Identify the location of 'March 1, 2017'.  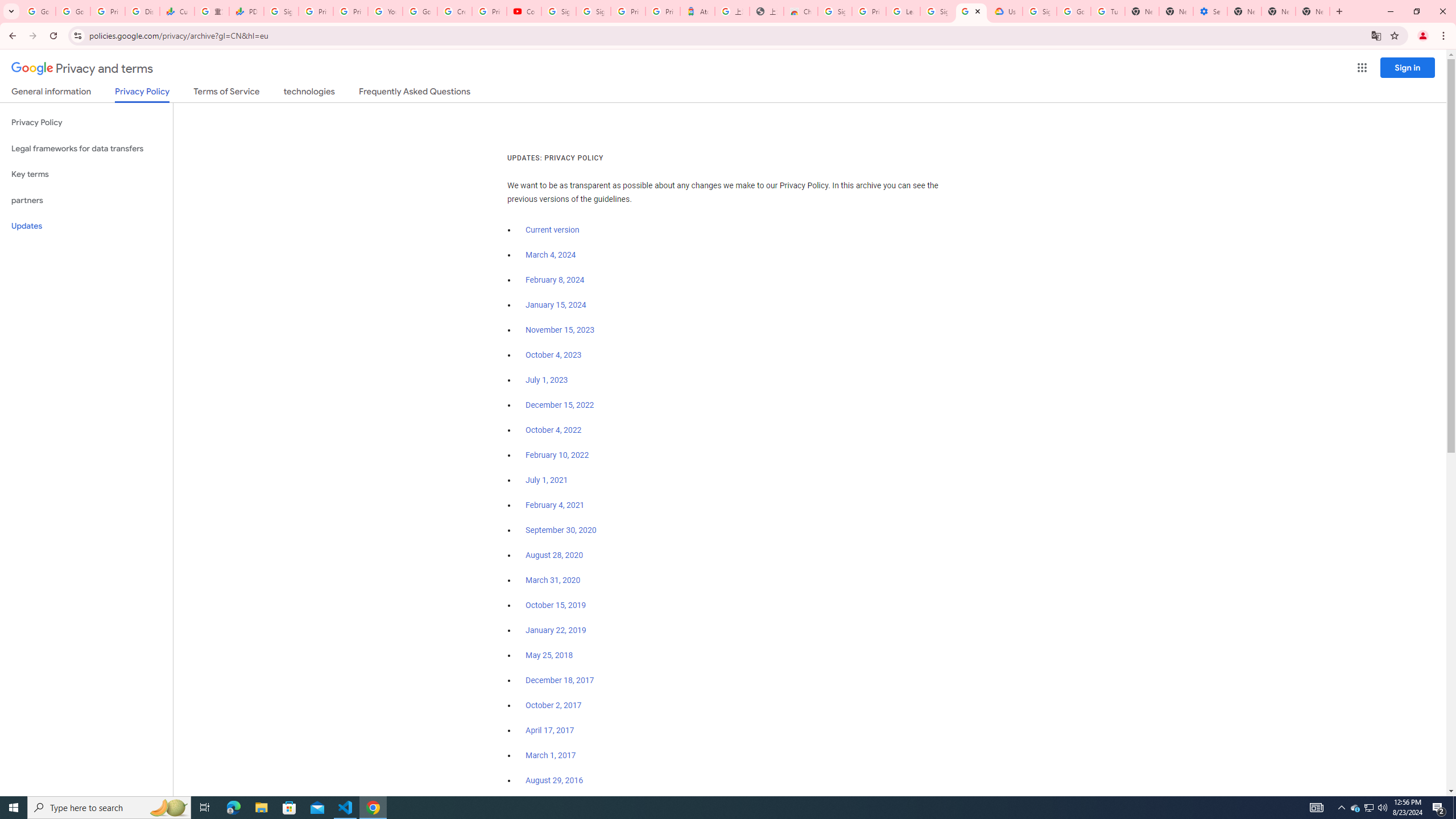
(550, 754).